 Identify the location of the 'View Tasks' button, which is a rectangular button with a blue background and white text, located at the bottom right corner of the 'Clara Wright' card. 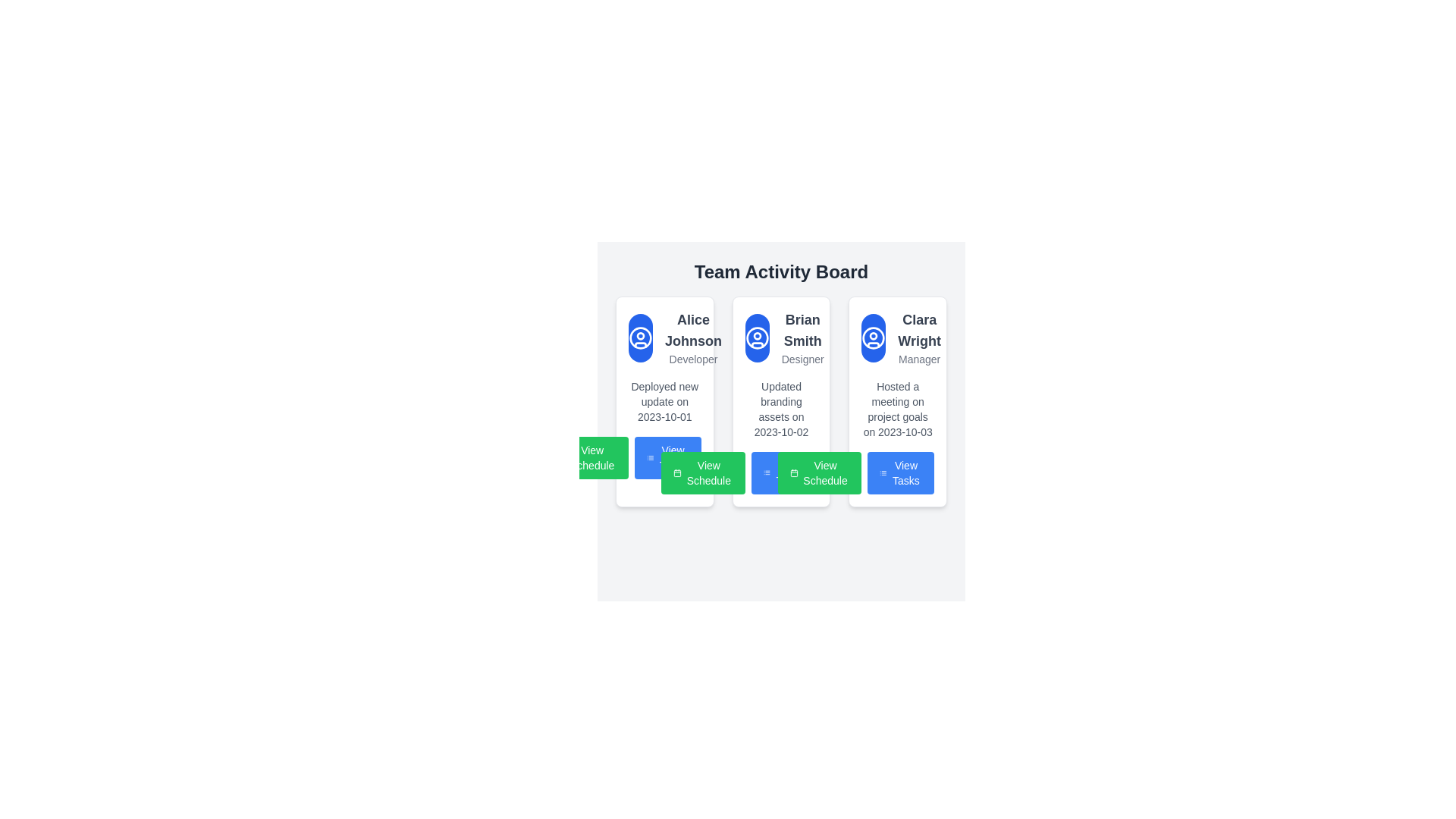
(898, 472).